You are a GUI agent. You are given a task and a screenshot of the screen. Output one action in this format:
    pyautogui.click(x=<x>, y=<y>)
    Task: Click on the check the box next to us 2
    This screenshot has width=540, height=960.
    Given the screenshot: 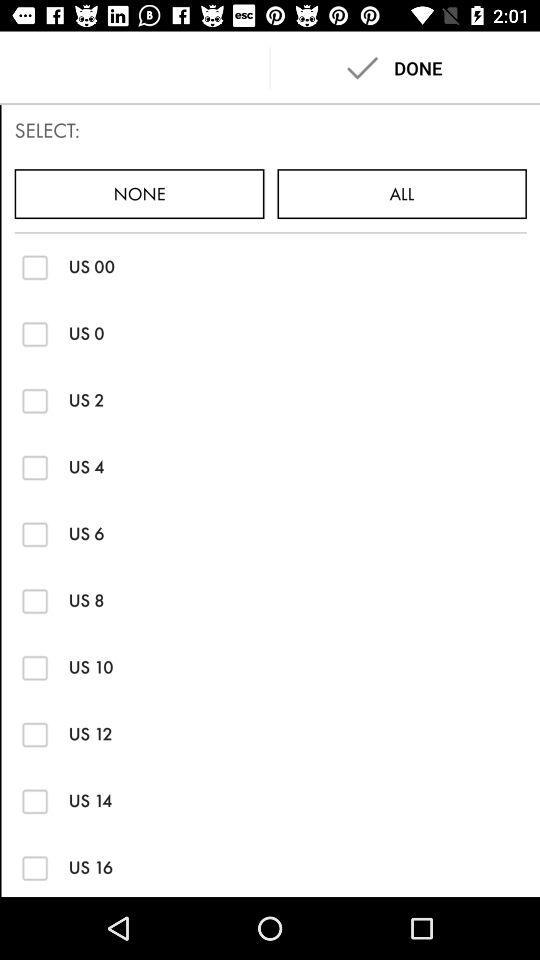 What is the action you would take?
    pyautogui.click(x=35, y=399)
    